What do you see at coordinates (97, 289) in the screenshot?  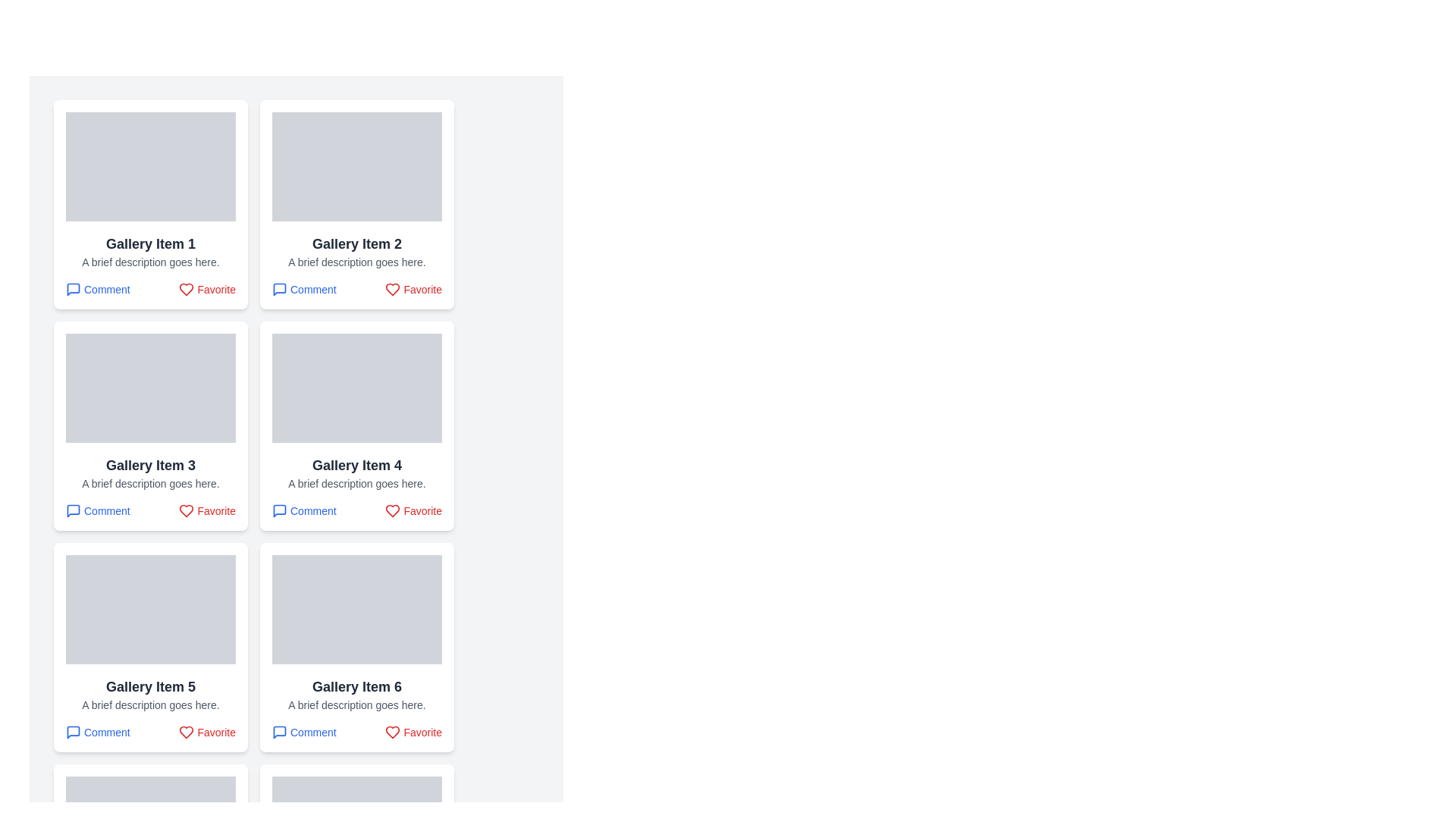 I see `the 'Comment' hyperlink with a speech bubble icon` at bounding box center [97, 289].